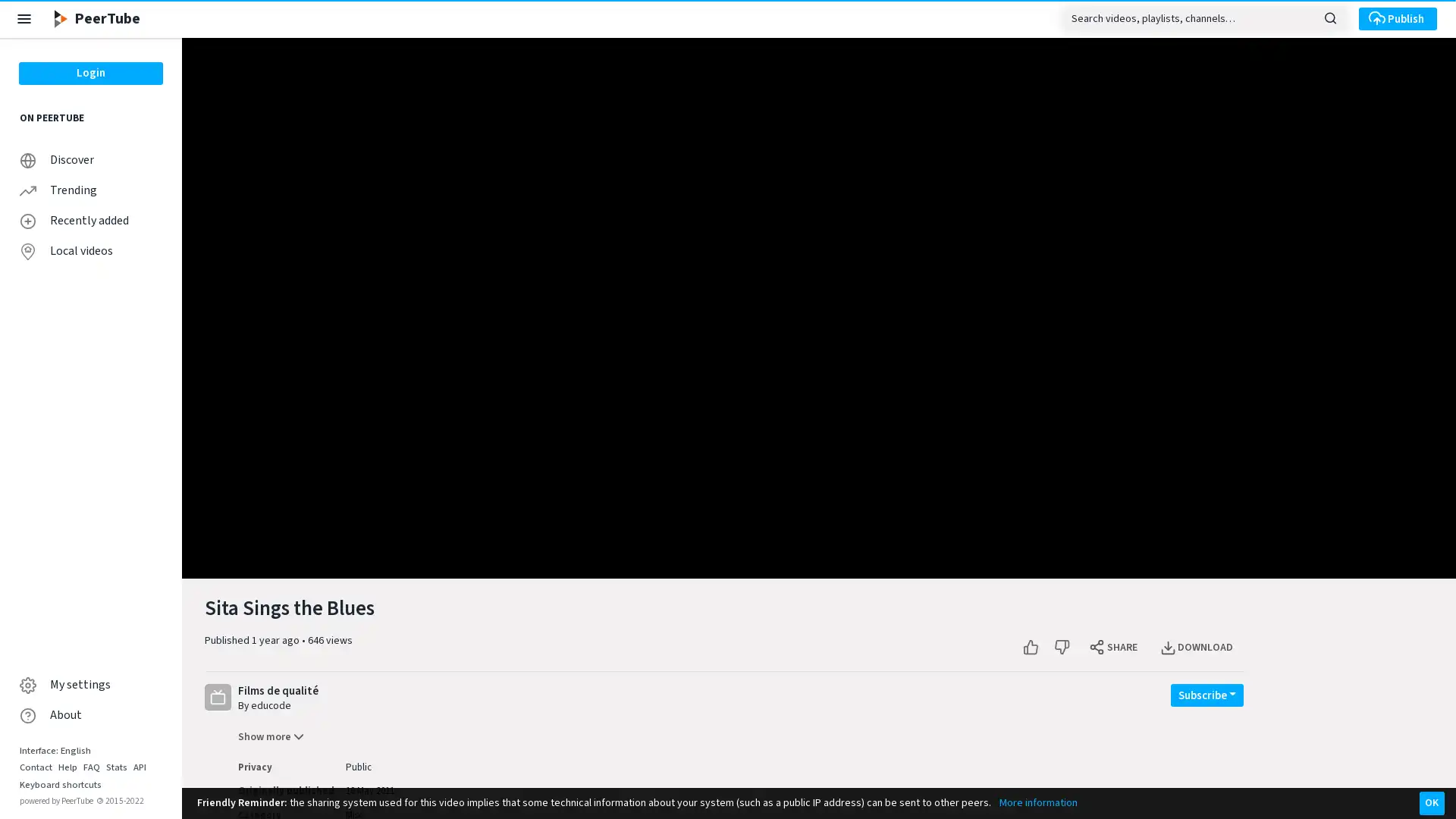 The width and height of the screenshot is (1456, 819). I want to click on SHARE, so click(1114, 647).